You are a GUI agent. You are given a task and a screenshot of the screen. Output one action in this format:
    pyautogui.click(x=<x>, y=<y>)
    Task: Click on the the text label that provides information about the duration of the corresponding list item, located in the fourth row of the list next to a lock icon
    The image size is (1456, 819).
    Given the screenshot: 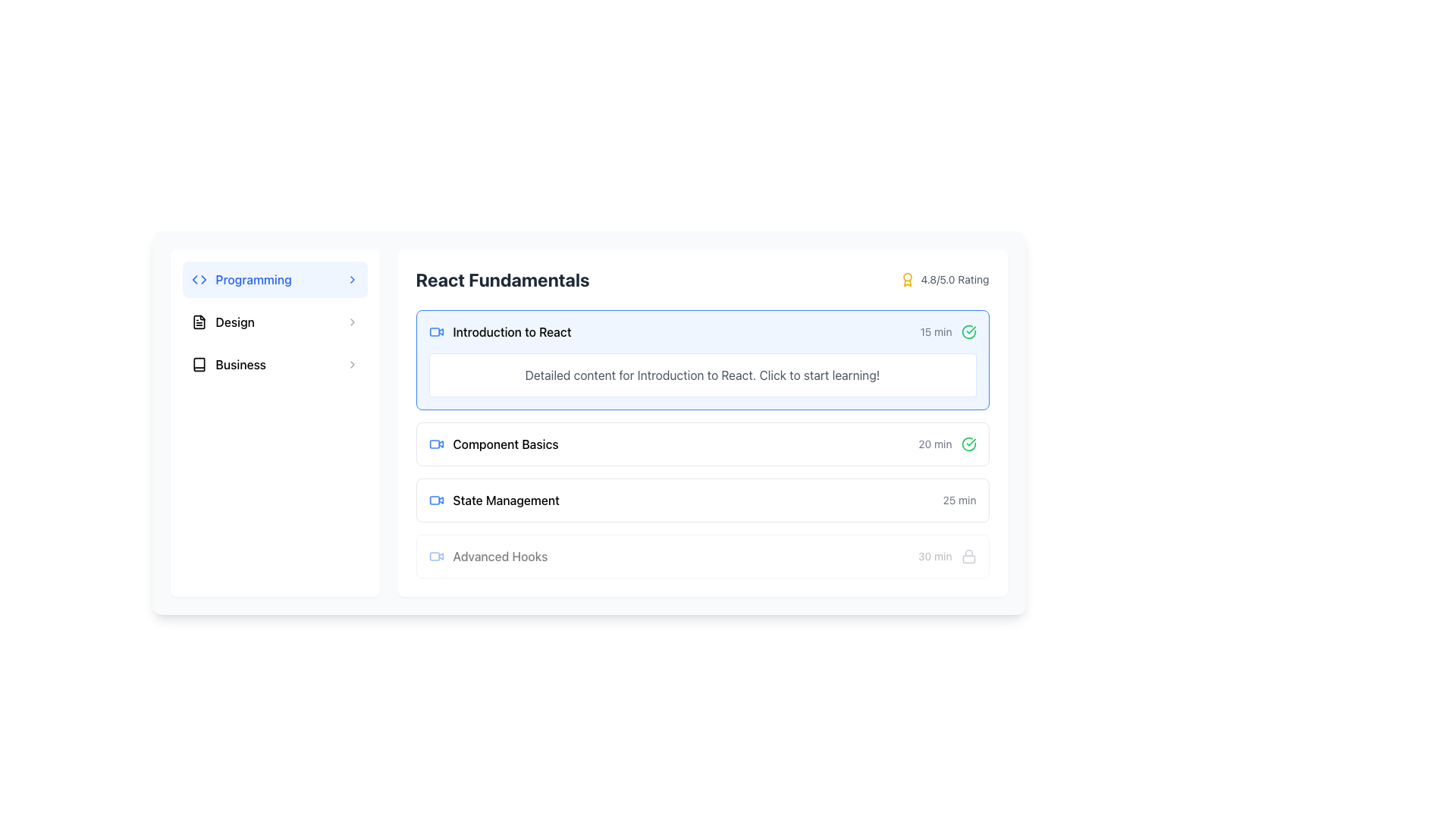 What is the action you would take?
    pyautogui.click(x=934, y=556)
    